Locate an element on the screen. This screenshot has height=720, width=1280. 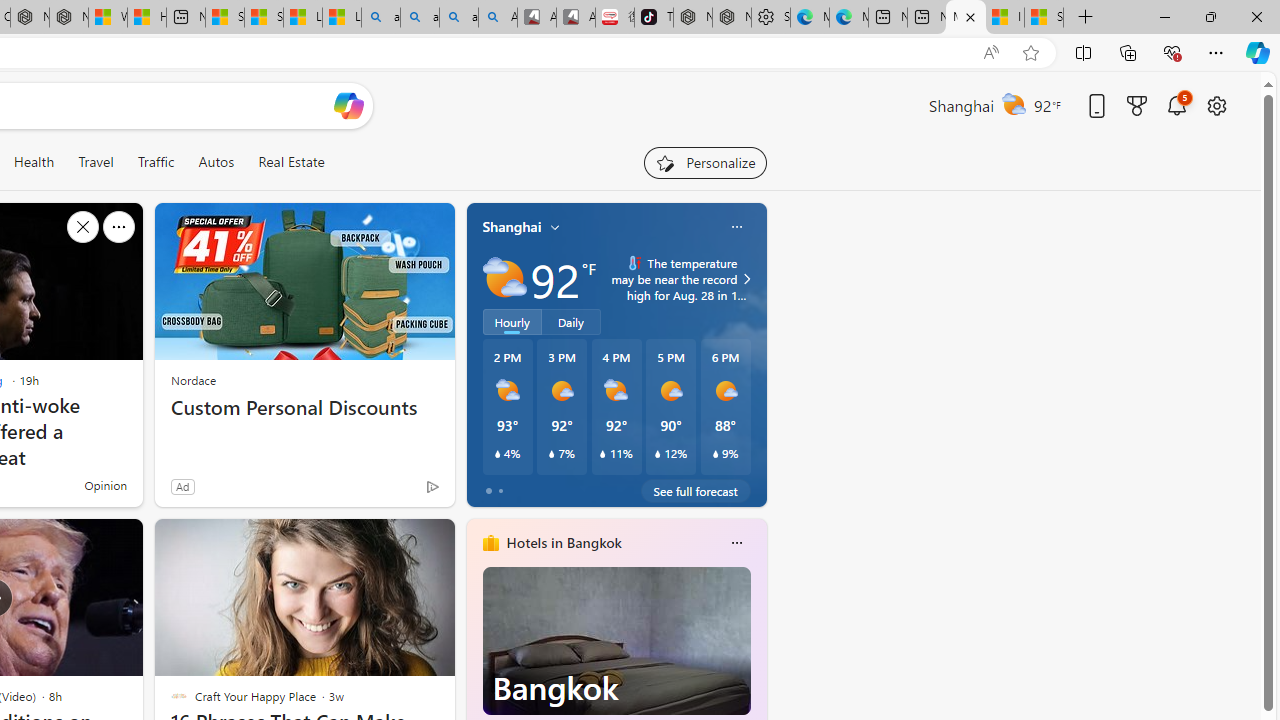
'Class: weather-arrow-glyph' is located at coordinates (745, 279).